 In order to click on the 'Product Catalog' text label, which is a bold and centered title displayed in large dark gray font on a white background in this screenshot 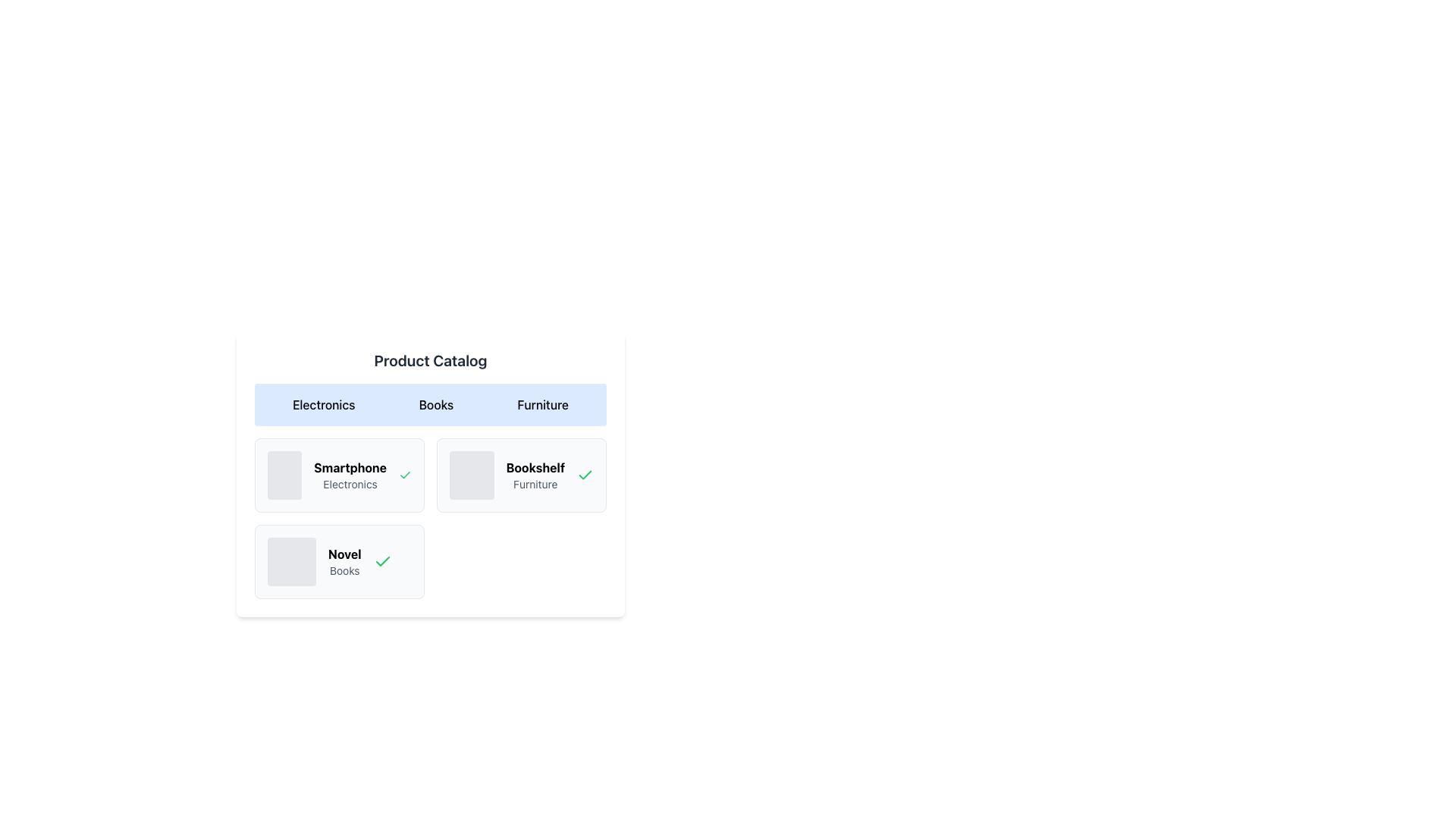, I will do `click(429, 360)`.